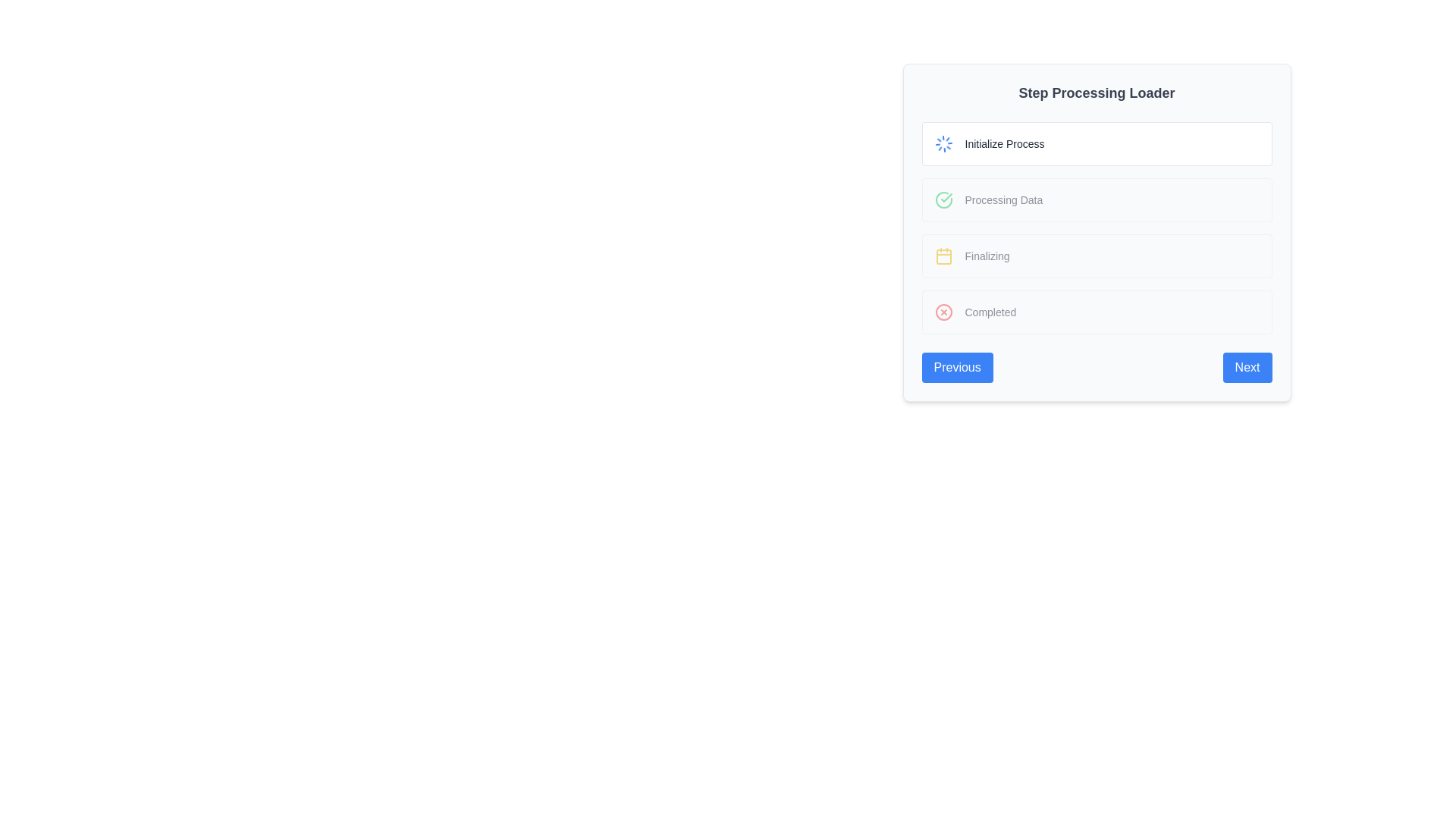 The width and height of the screenshot is (1456, 819). I want to click on the red circular icon with a cross inside, located to the left of the 'Completed' text in the last row of the step progress list, so click(943, 312).